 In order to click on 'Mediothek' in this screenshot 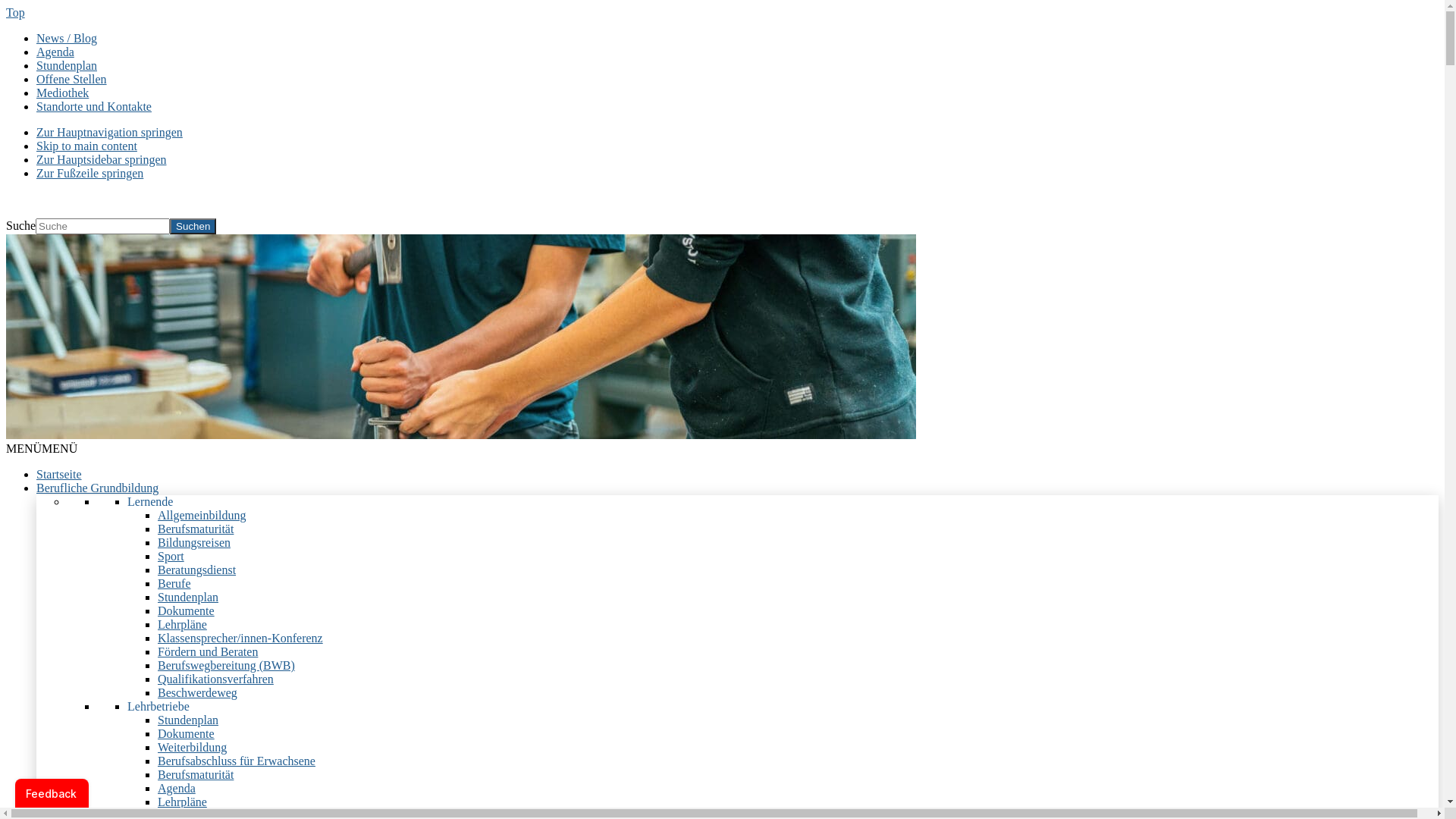, I will do `click(61, 93)`.